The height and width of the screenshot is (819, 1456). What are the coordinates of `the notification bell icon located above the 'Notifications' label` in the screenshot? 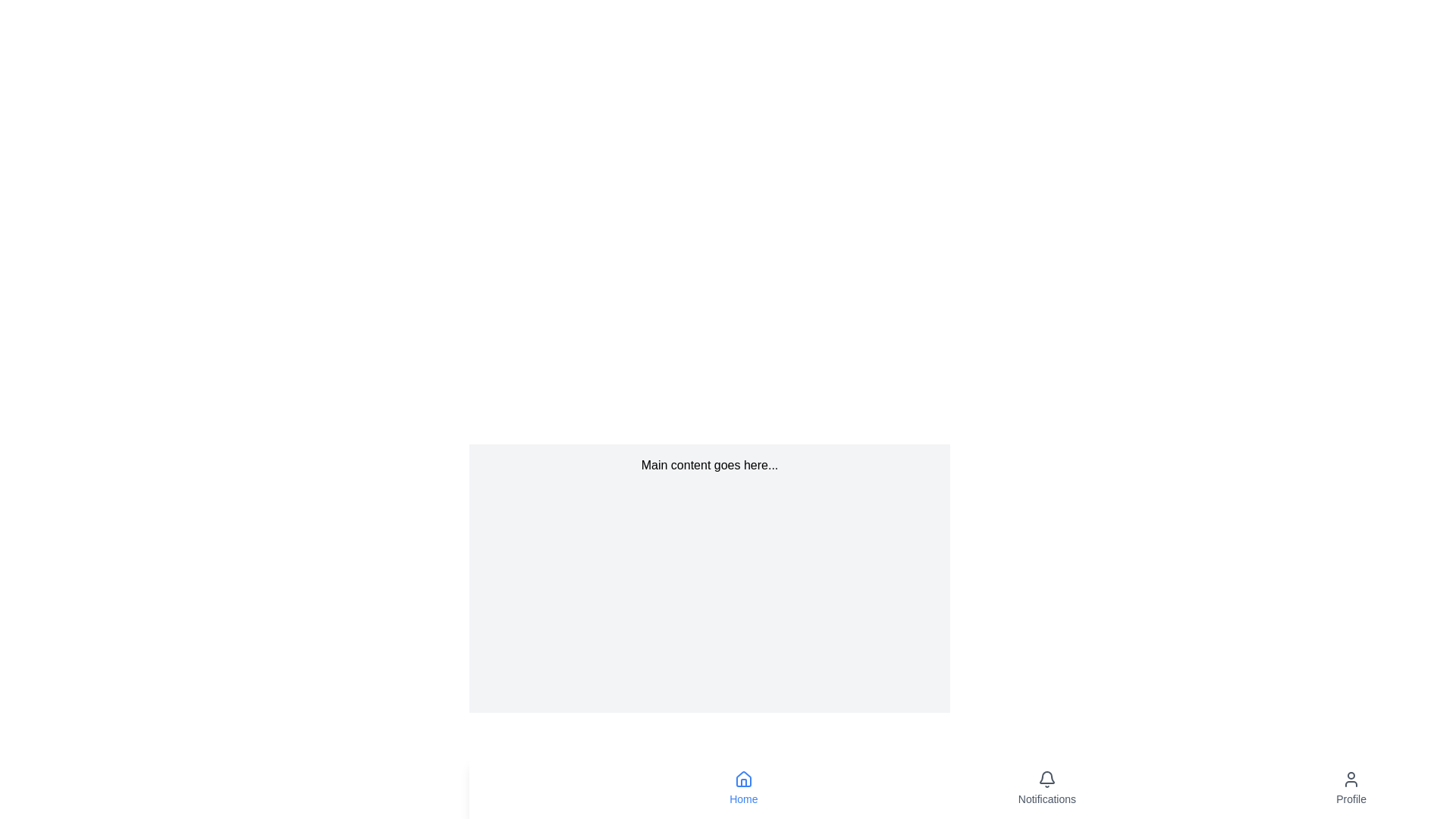 It's located at (1046, 780).